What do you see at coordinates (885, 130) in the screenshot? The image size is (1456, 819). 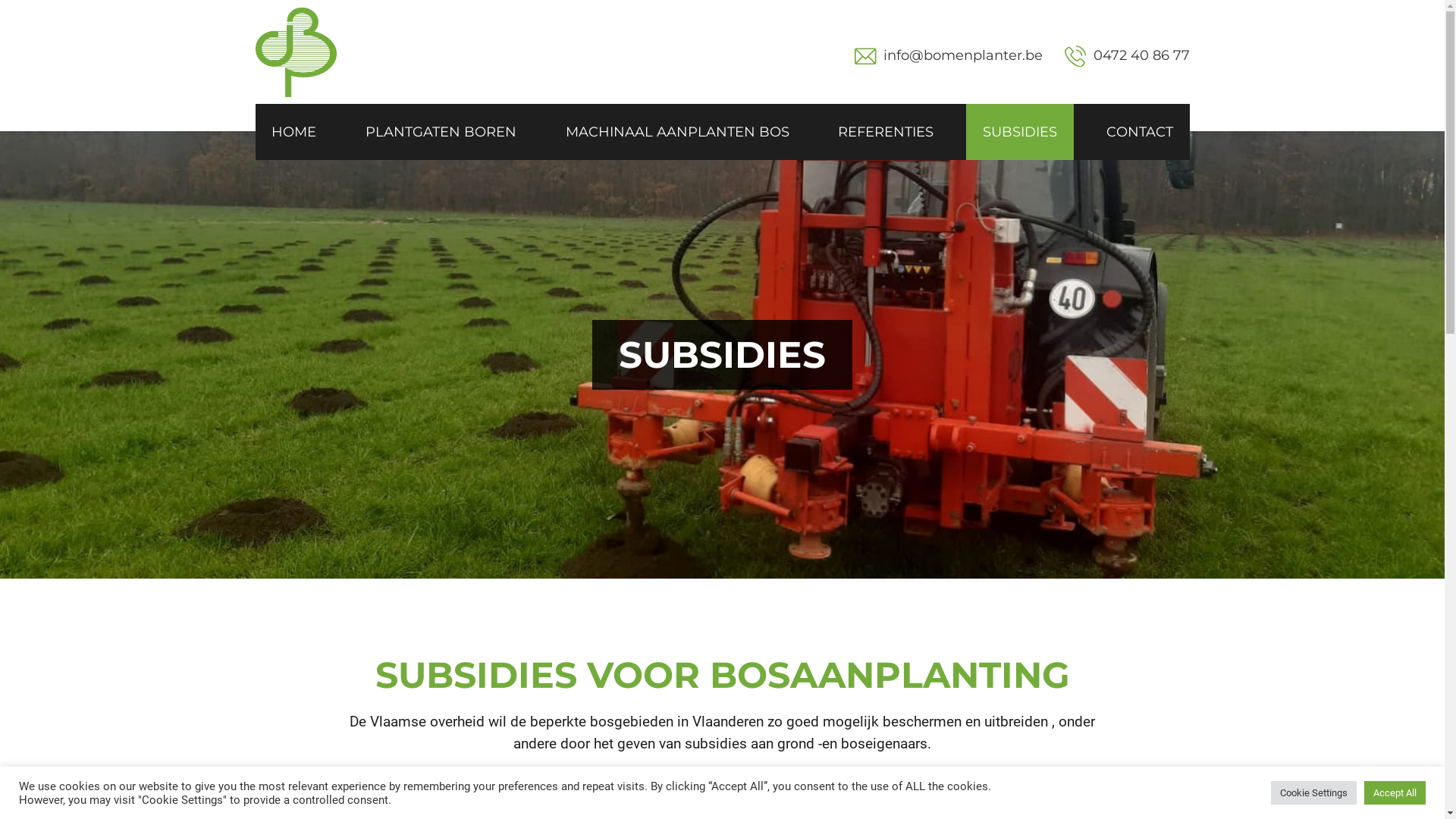 I see `'REFERENTIES'` at bounding box center [885, 130].